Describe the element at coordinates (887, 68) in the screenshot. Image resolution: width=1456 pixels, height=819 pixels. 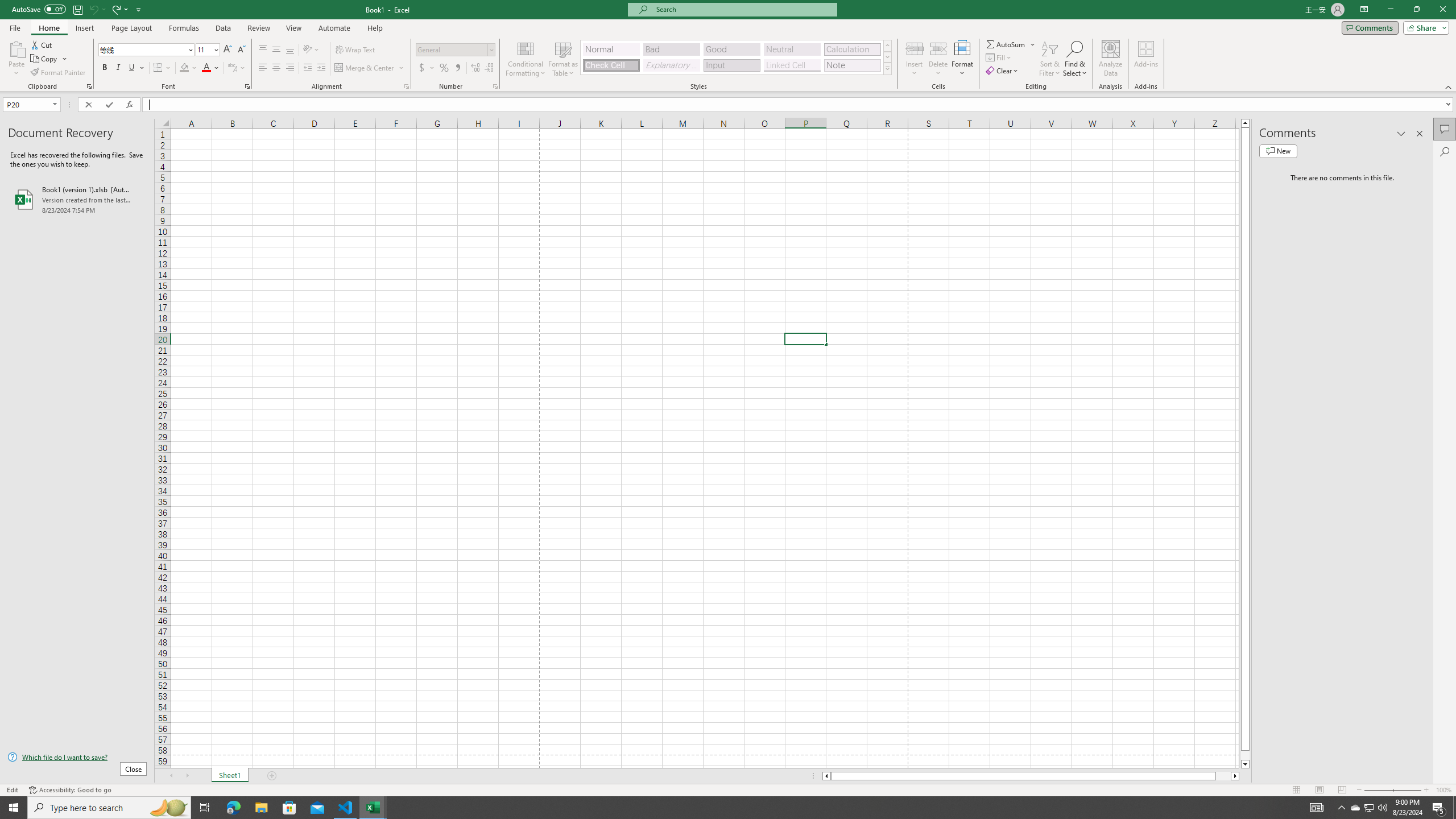
I see `'Cell Styles'` at that location.